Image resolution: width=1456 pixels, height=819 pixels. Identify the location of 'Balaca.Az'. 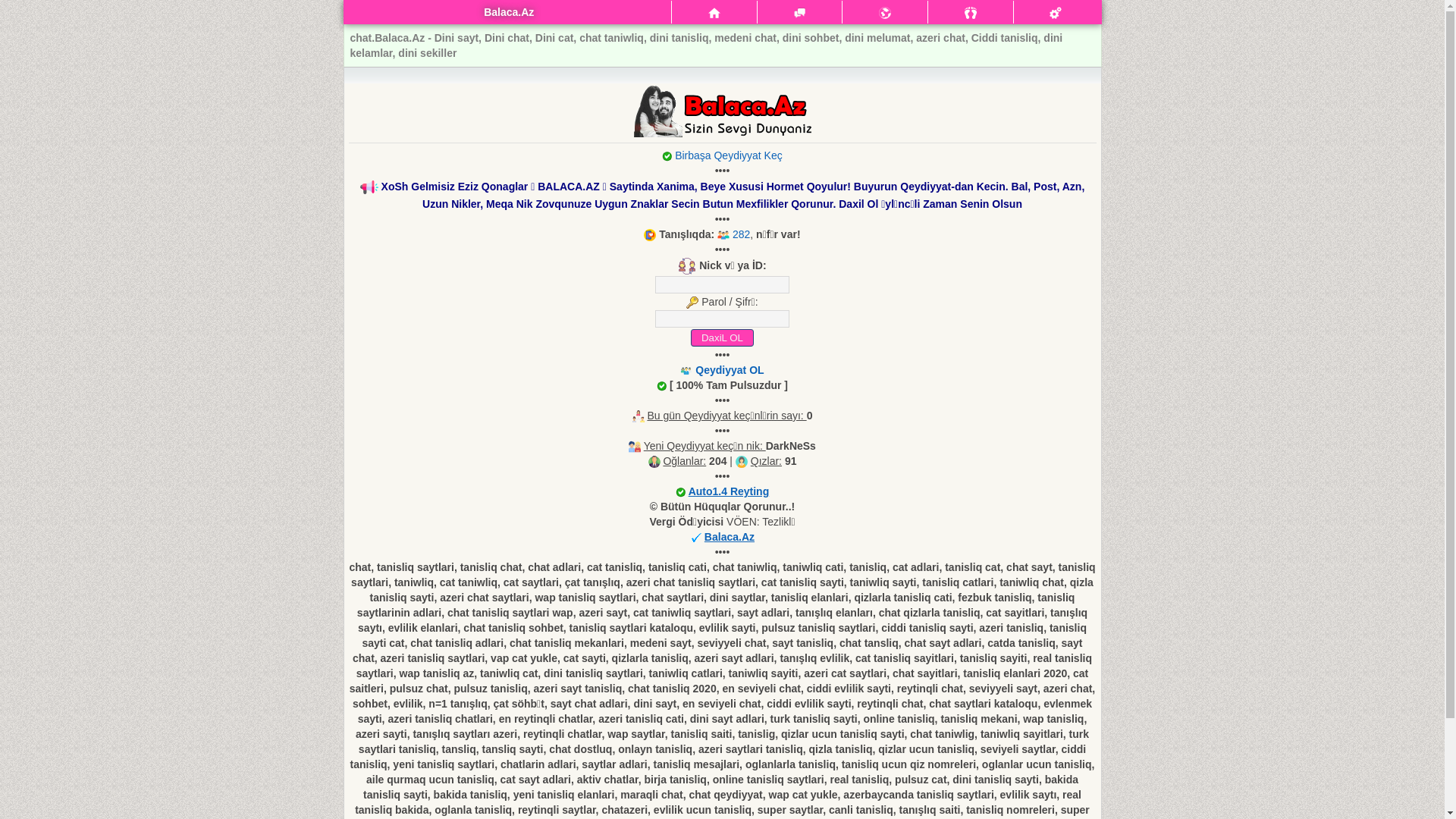
(729, 536).